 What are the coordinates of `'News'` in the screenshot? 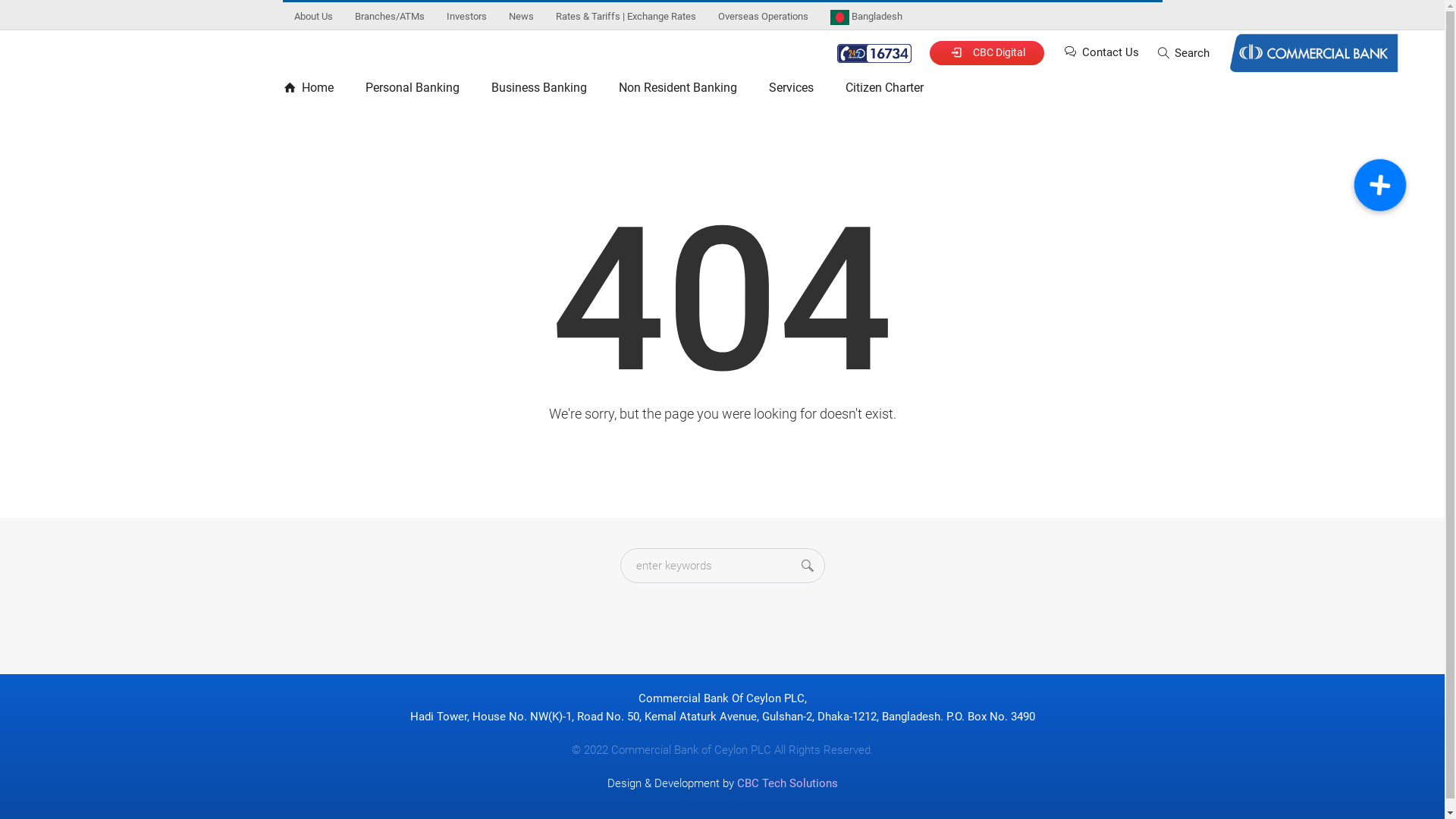 It's located at (520, 16).